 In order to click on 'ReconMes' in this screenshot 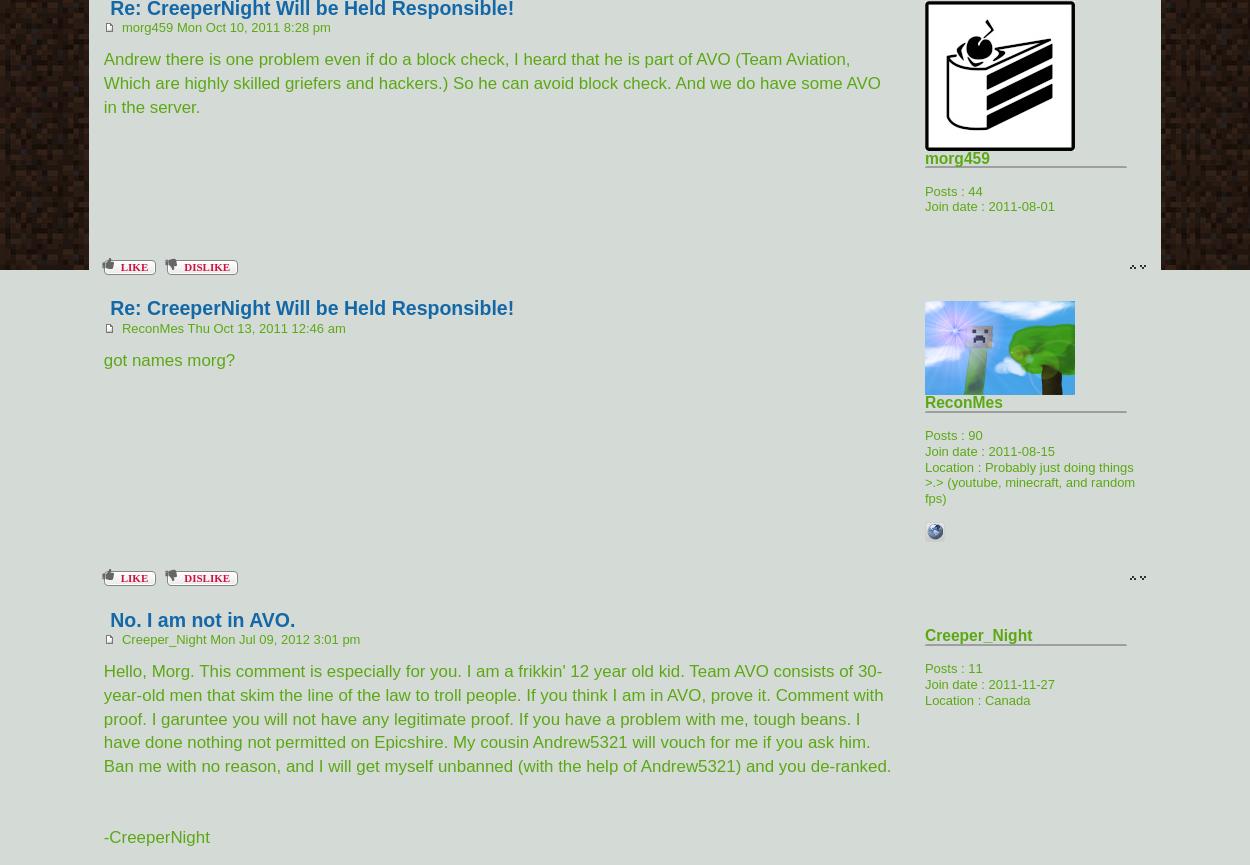, I will do `click(924, 402)`.